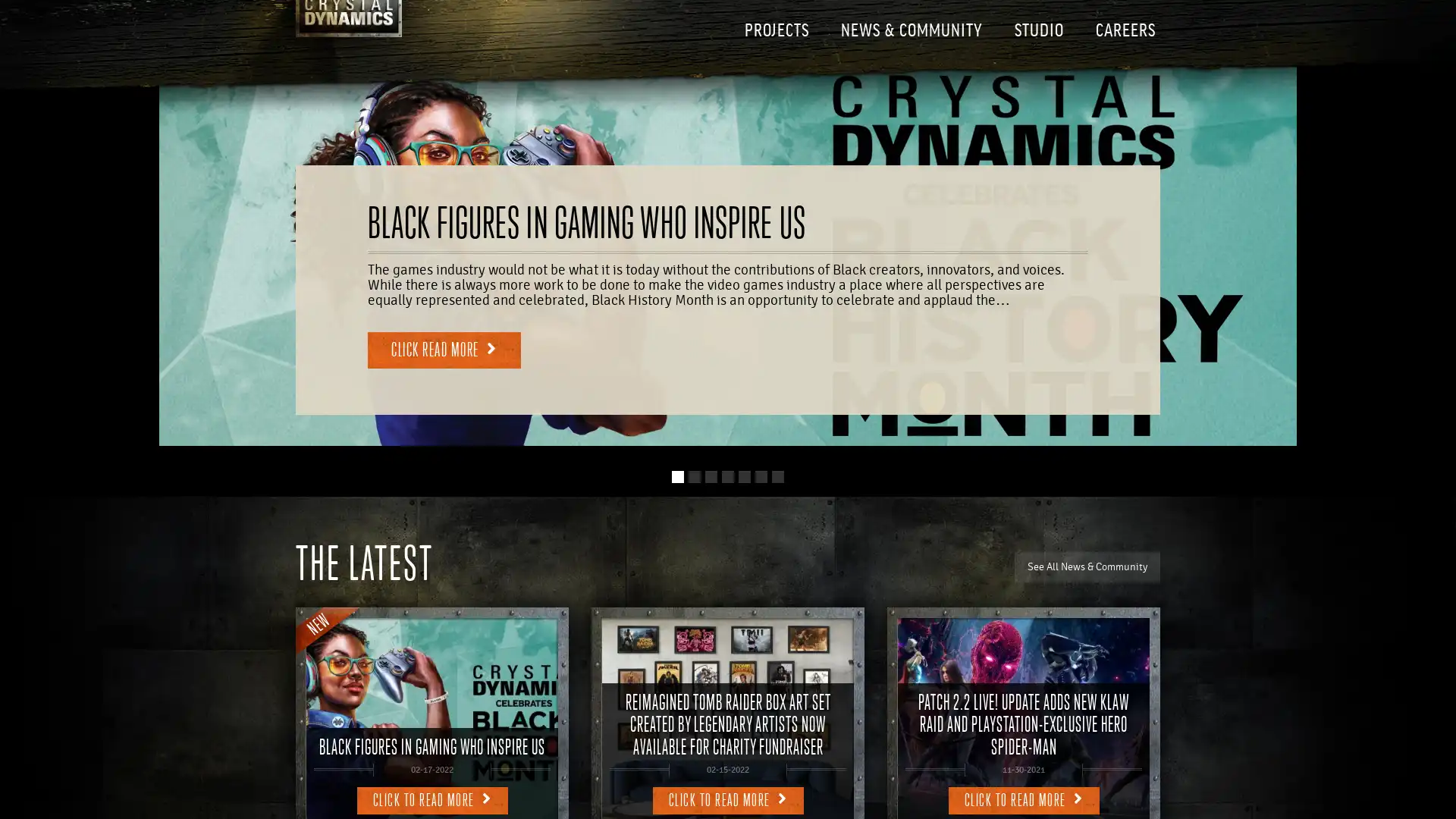  What do you see at coordinates (726, 799) in the screenshot?
I see `CLICK TO READ MORE` at bounding box center [726, 799].